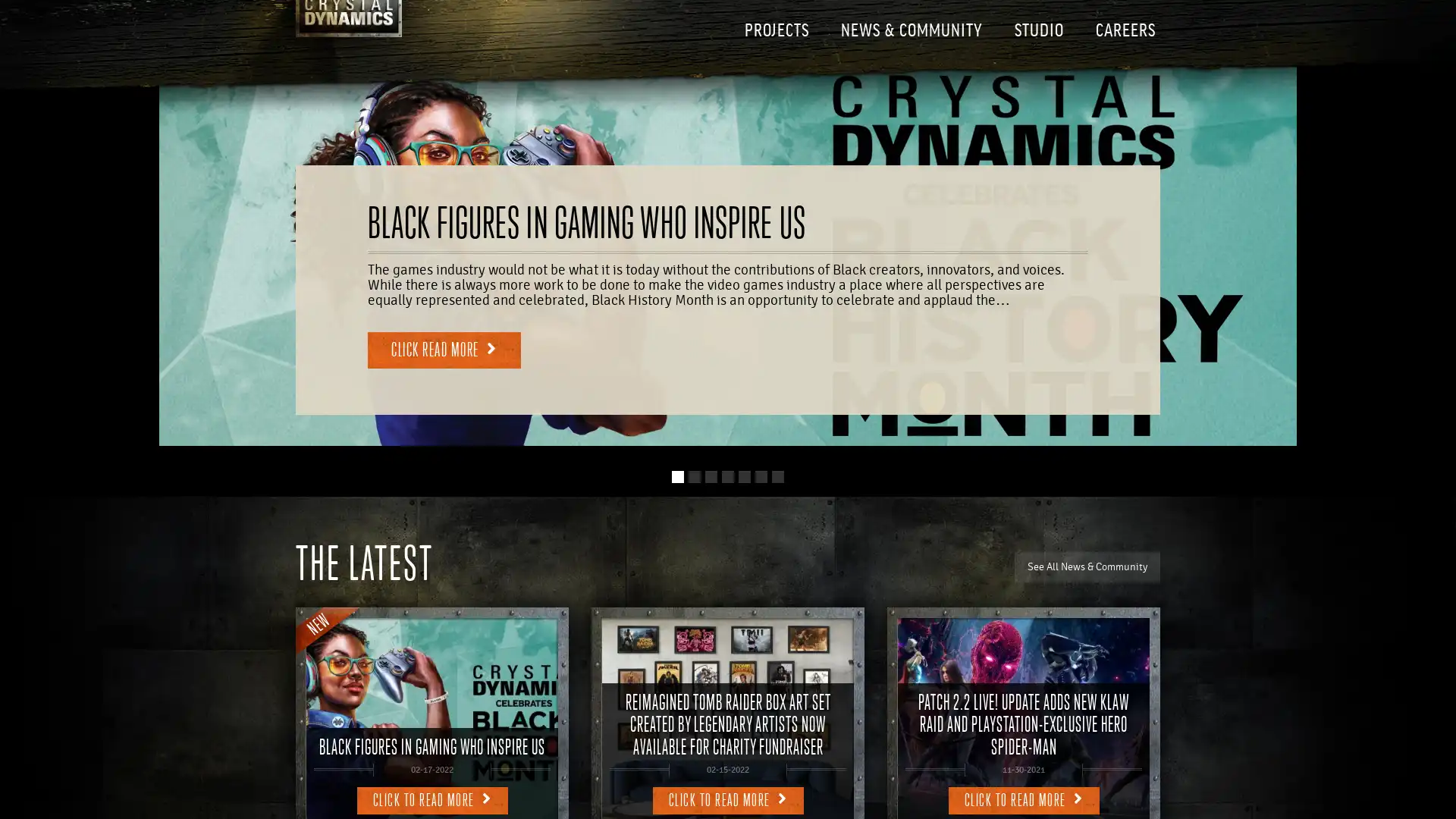  What do you see at coordinates (726, 799) in the screenshot?
I see `CLICK TO READ MORE` at bounding box center [726, 799].